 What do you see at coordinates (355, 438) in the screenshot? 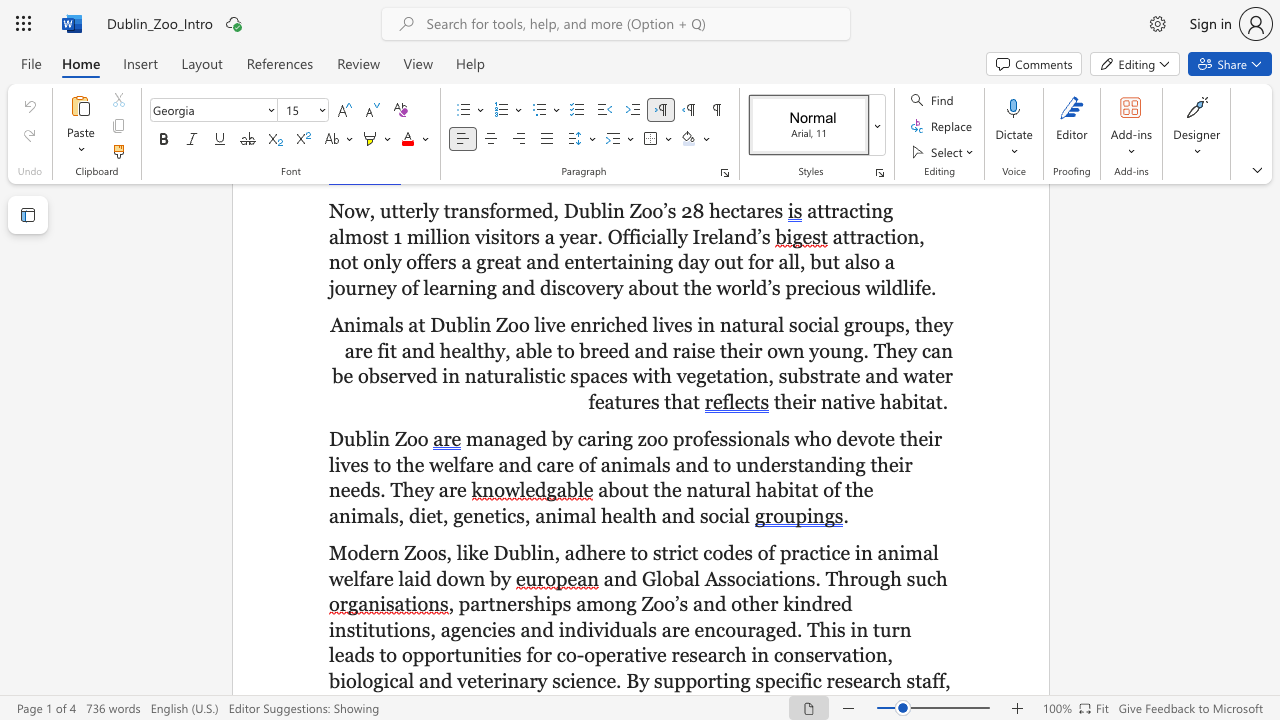
I see `the subset text "bli" within the text "Dublin Zoo"` at bounding box center [355, 438].